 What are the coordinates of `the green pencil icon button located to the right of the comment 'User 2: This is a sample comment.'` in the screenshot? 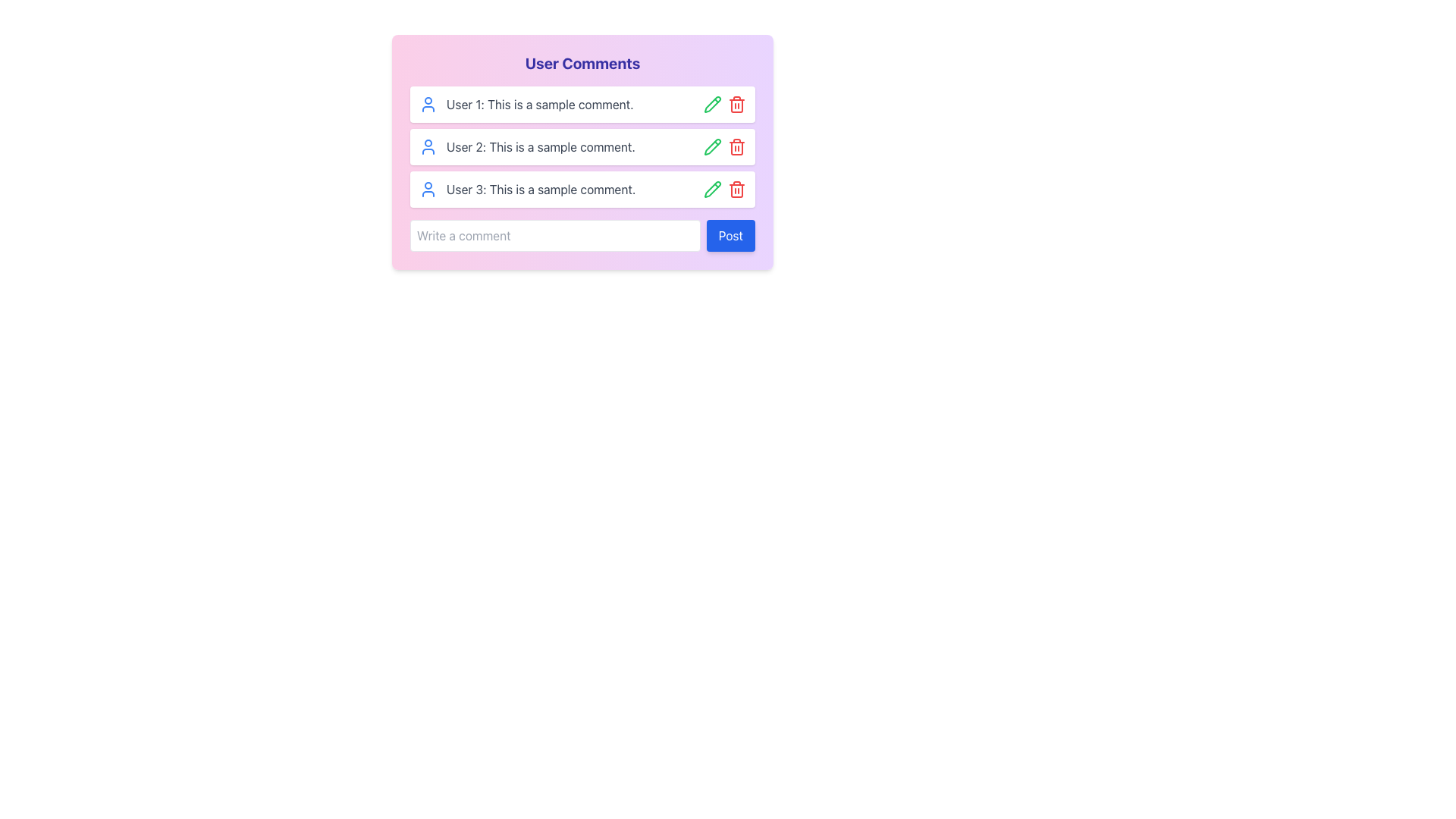 It's located at (712, 146).